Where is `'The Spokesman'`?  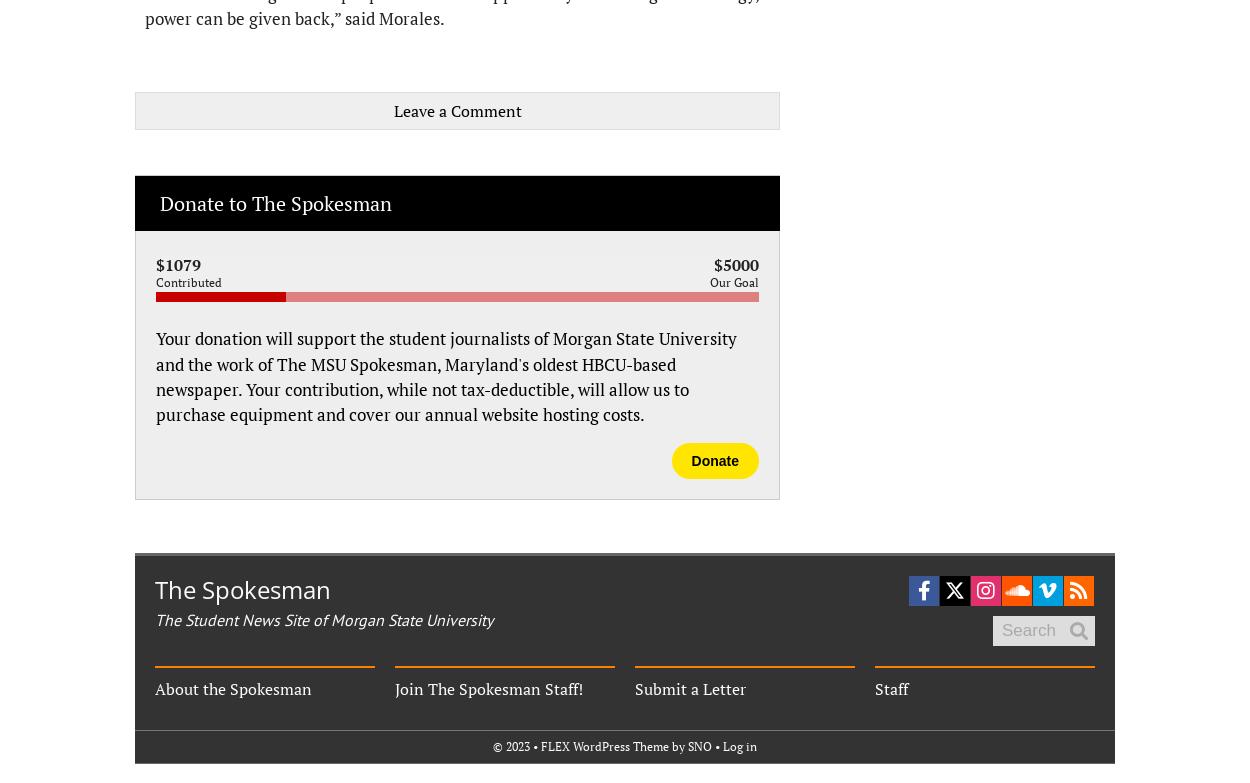 'The Spokesman' is located at coordinates (241, 588).